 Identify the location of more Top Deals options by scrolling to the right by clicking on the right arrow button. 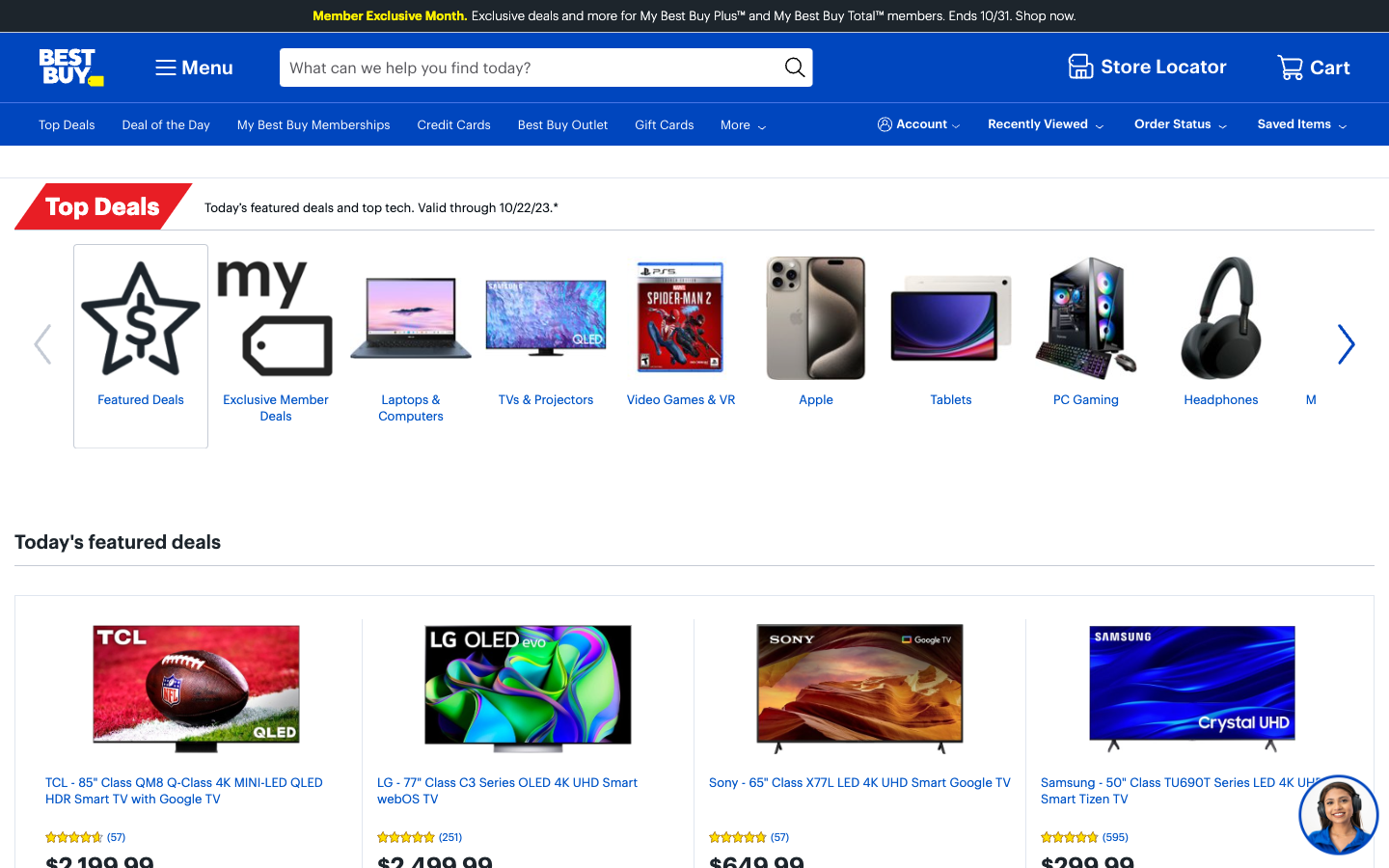
(1346, 346).